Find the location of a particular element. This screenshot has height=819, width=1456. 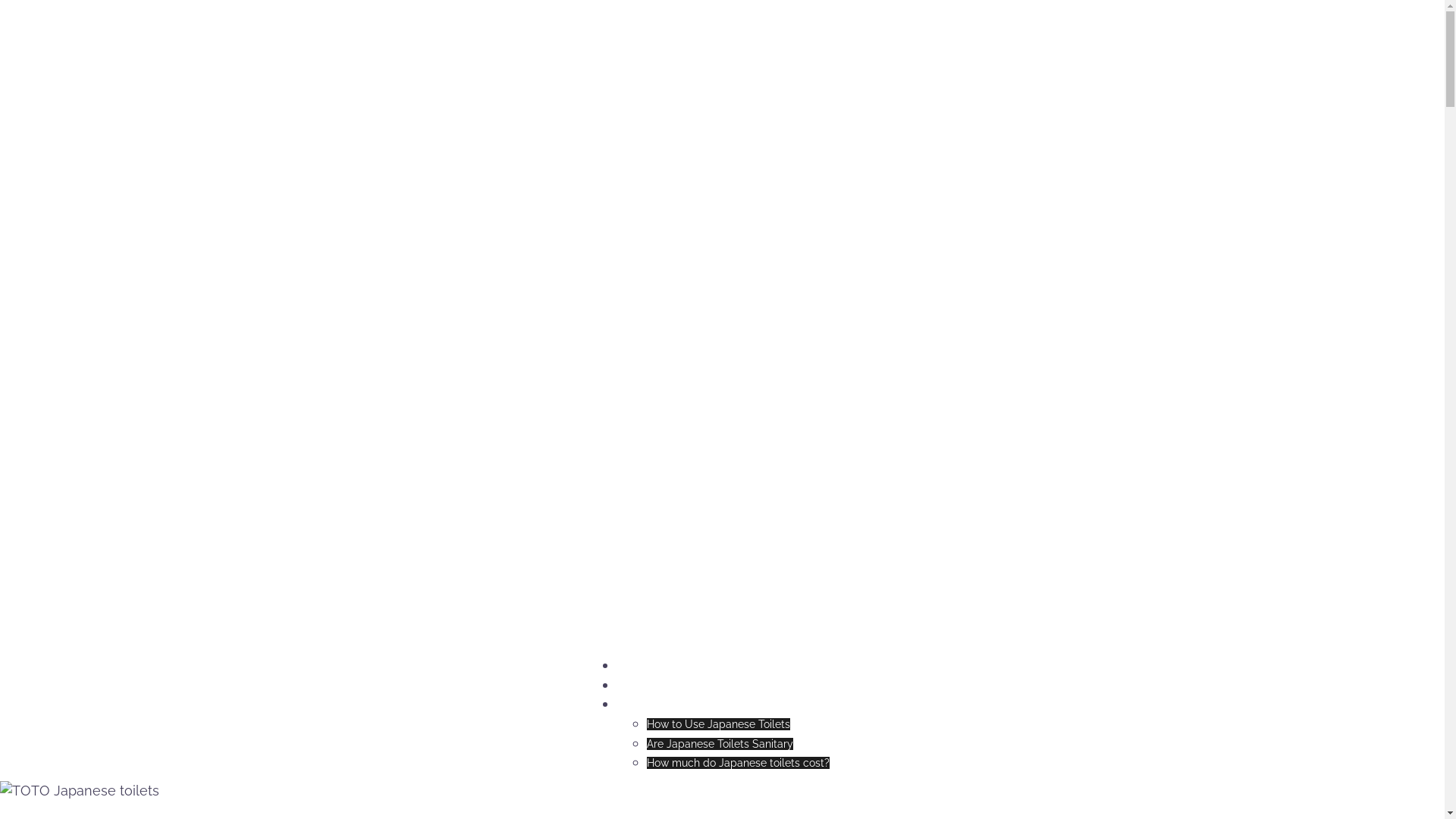

'How to Use Japanese Toilets' is located at coordinates (717, 723).